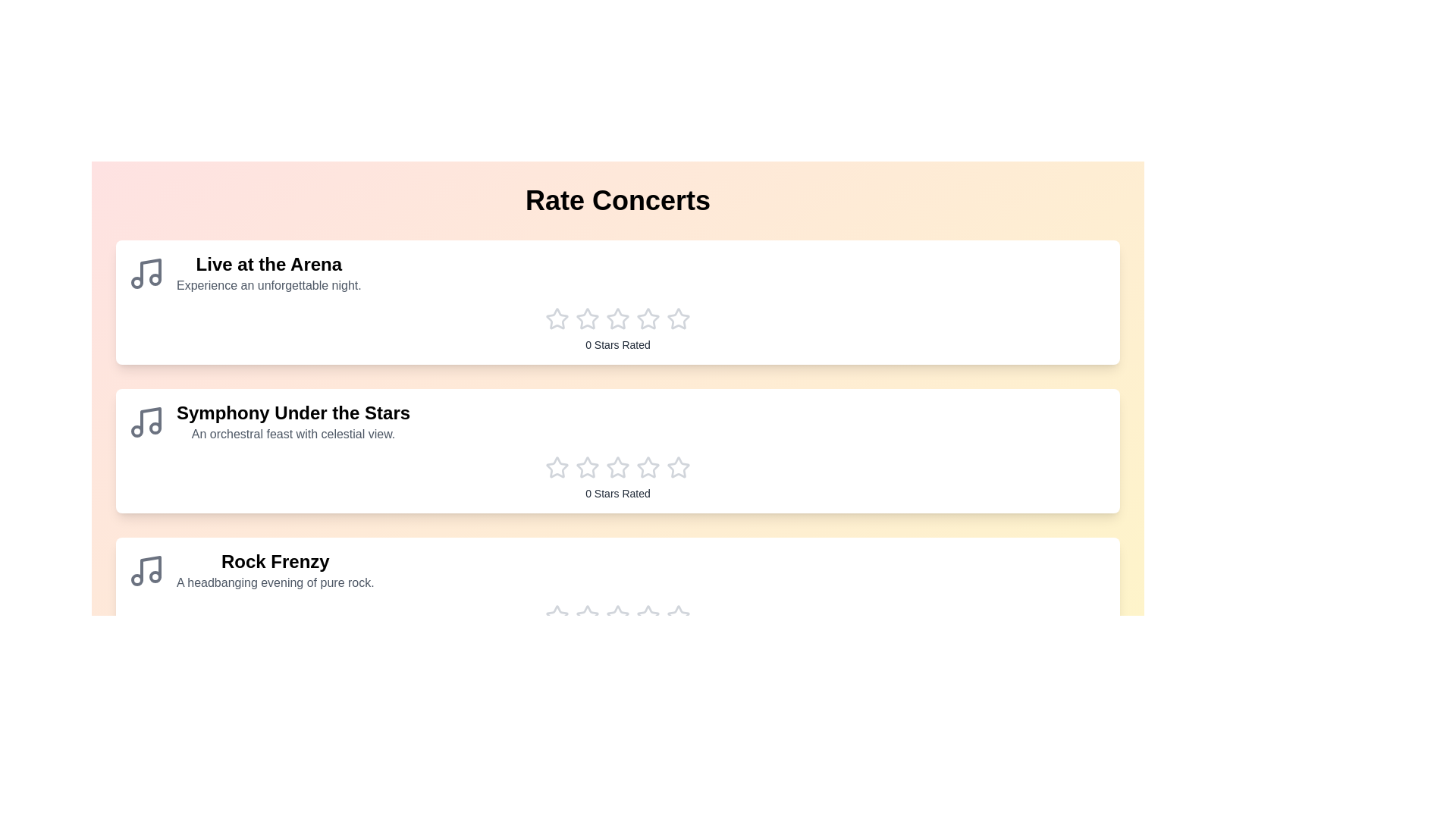 This screenshot has height=819, width=1456. I want to click on the star corresponding to the rating 4 for the concert Rock Frenzy, so click(648, 617).